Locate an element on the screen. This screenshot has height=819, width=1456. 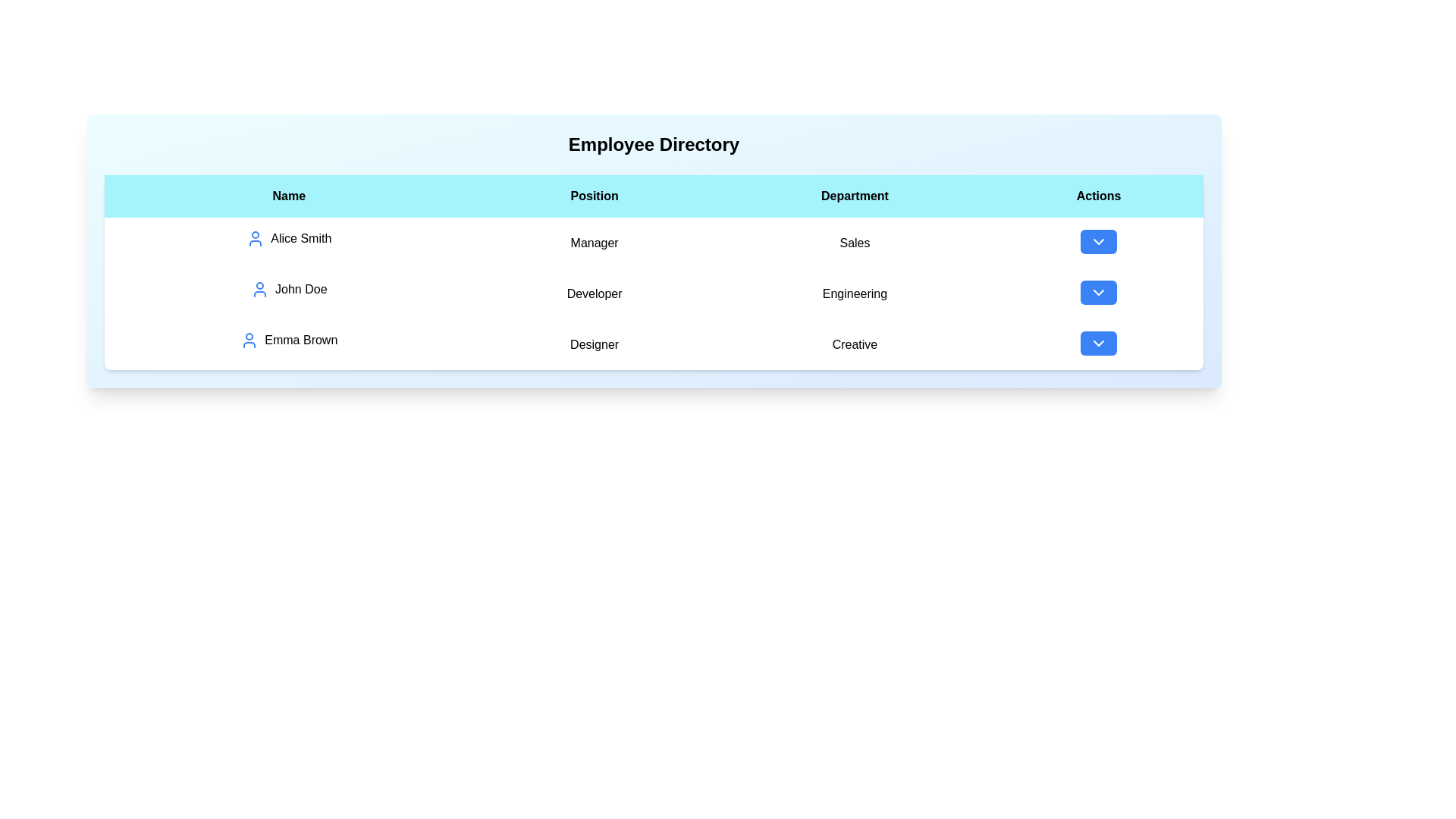
the Text label in the 'Name' column of the second row in the directory table, which identifies the name of a user or individual is located at coordinates (289, 289).